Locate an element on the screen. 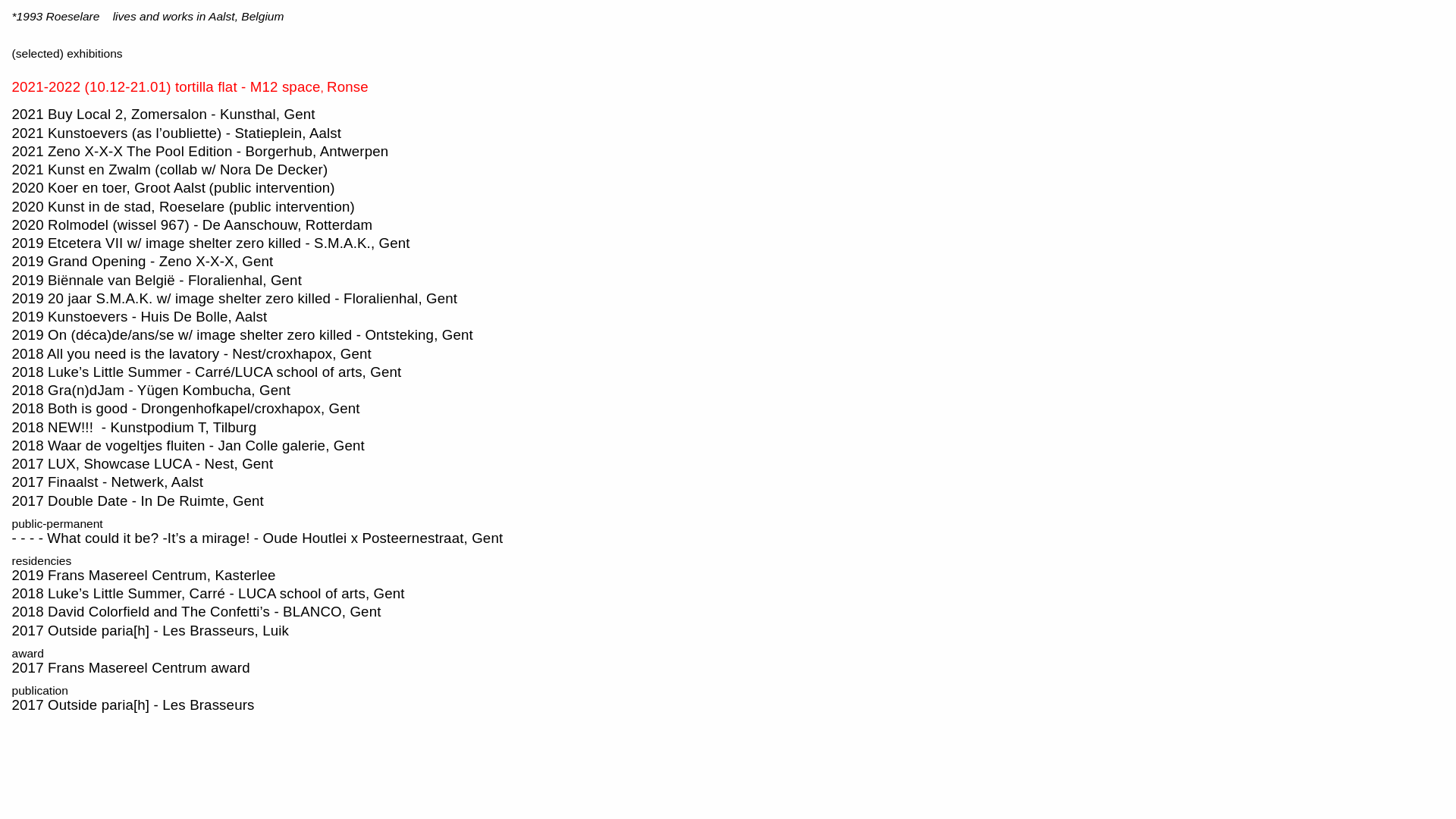 Image resolution: width=1456 pixels, height=819 pixels. '12 space' is located at coordinates (262, 87).